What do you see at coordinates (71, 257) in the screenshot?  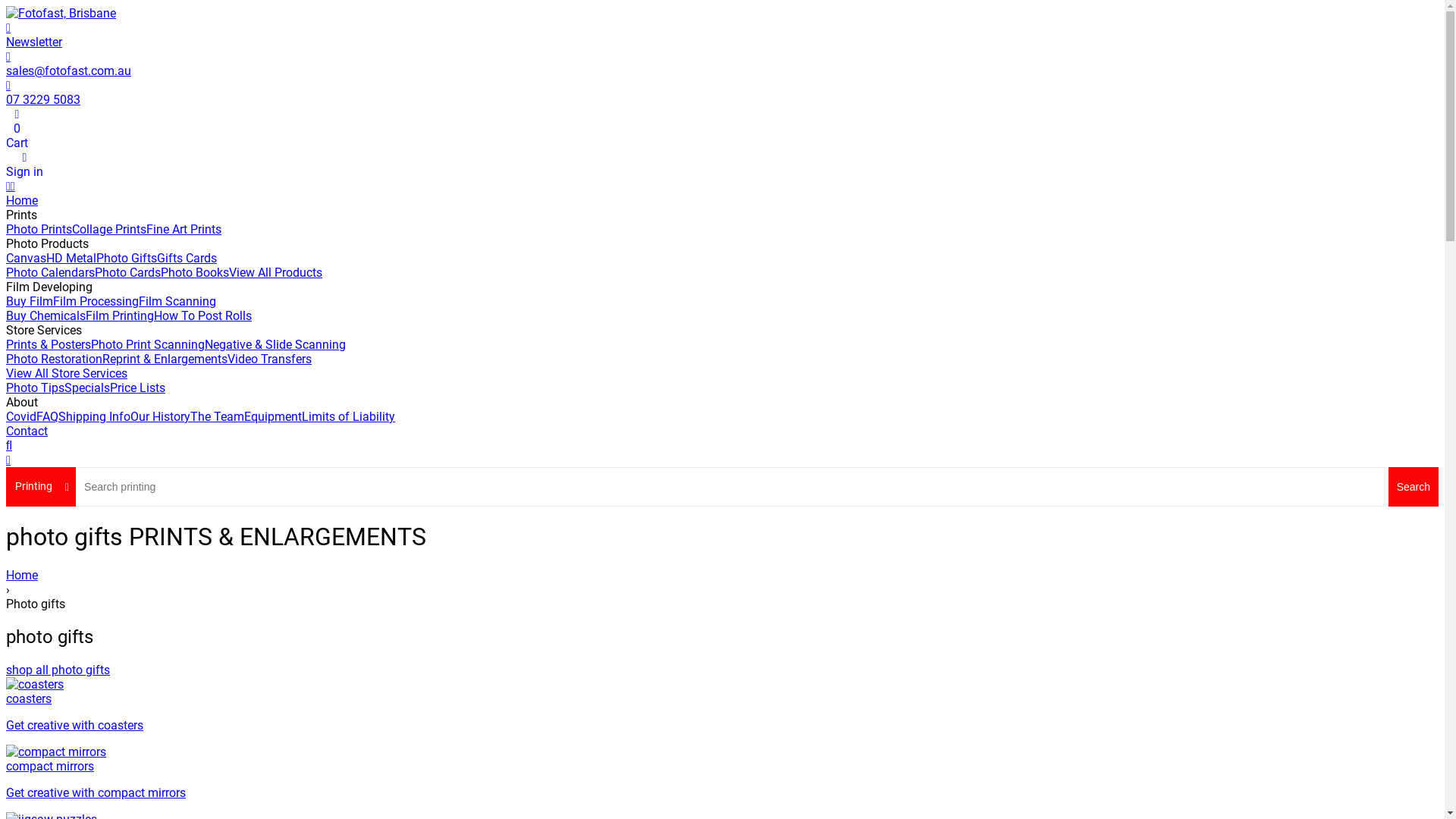 I see `'HD Metal'` at bounding box center [71, 257].